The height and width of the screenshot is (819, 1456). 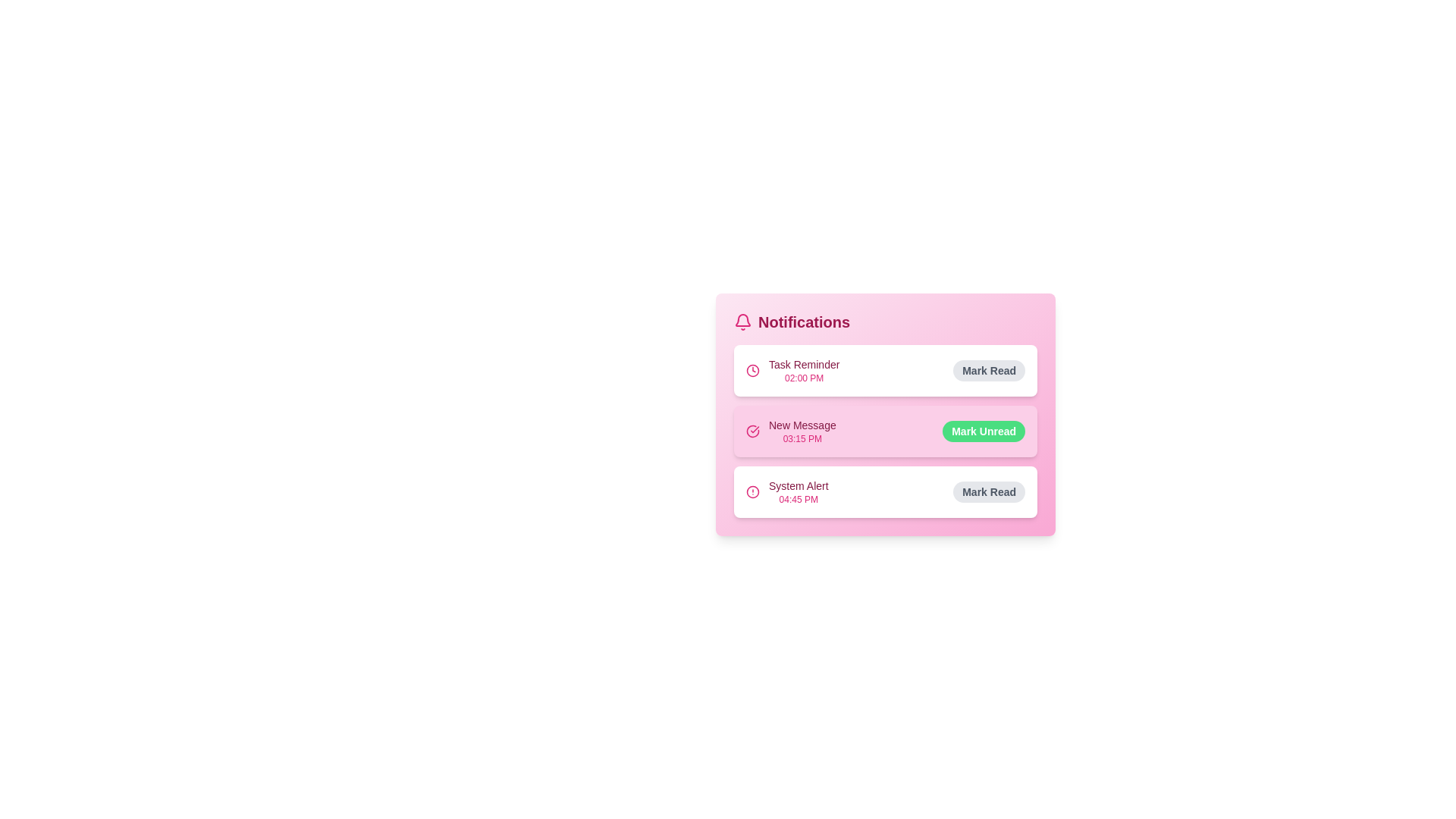 I want to click on 'Mark Read' button for the 'Task Reminder' notification, so click(x=989, y=371).